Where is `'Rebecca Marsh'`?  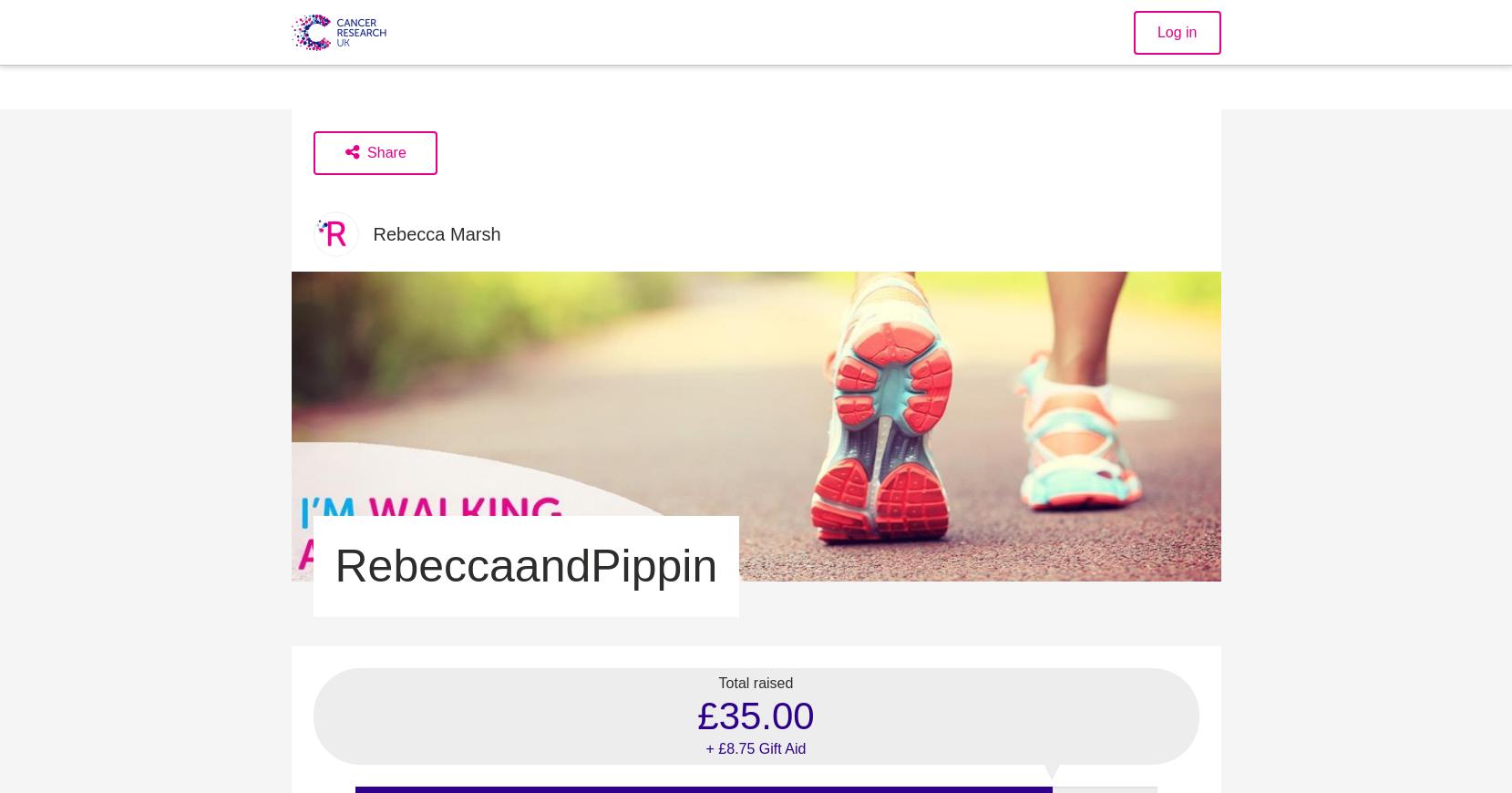 'Rebecca Marsh' is located at coordinates (372, 233).